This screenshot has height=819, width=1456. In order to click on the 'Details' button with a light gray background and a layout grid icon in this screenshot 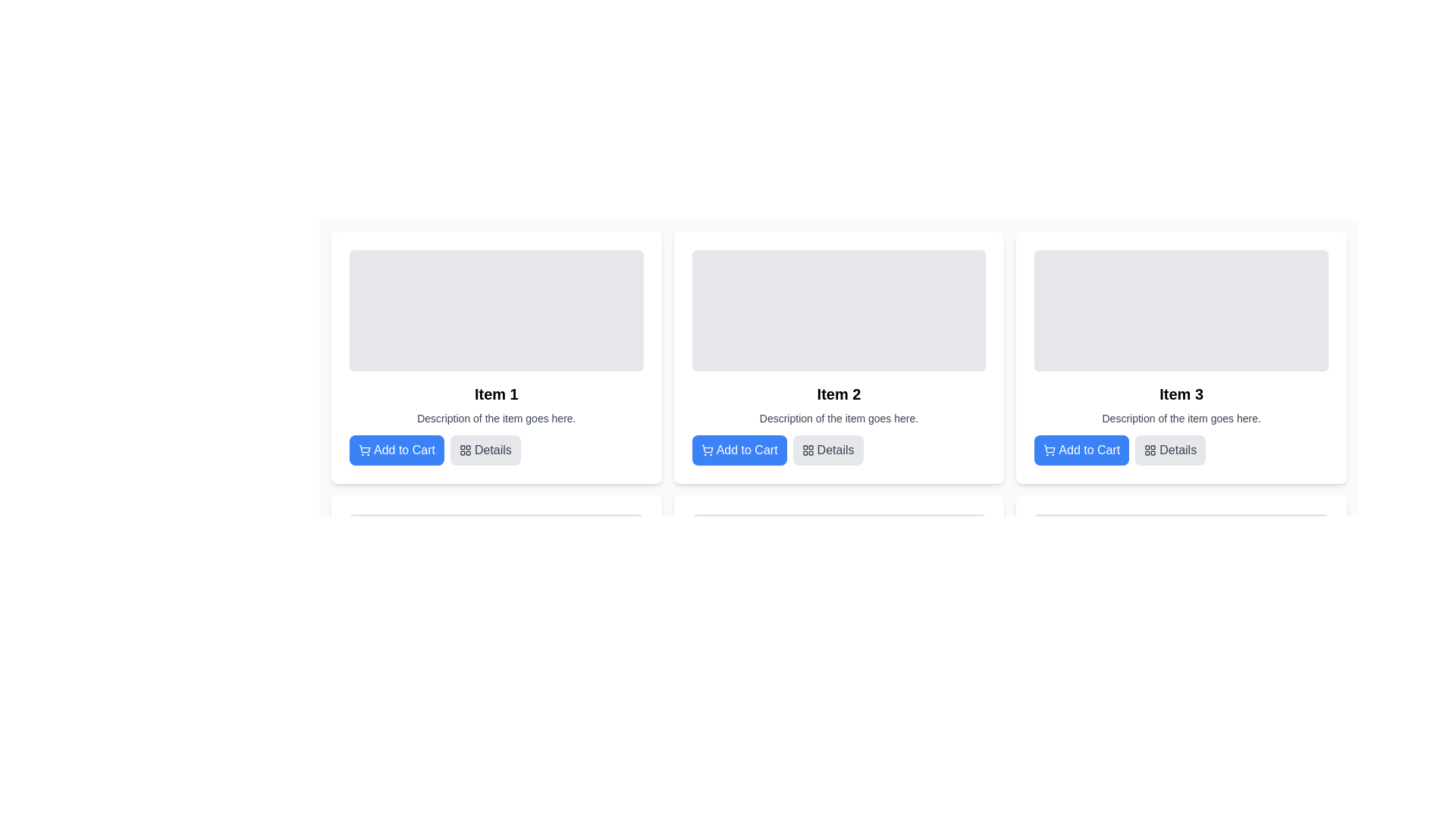, I will do `click(496, 450)`.